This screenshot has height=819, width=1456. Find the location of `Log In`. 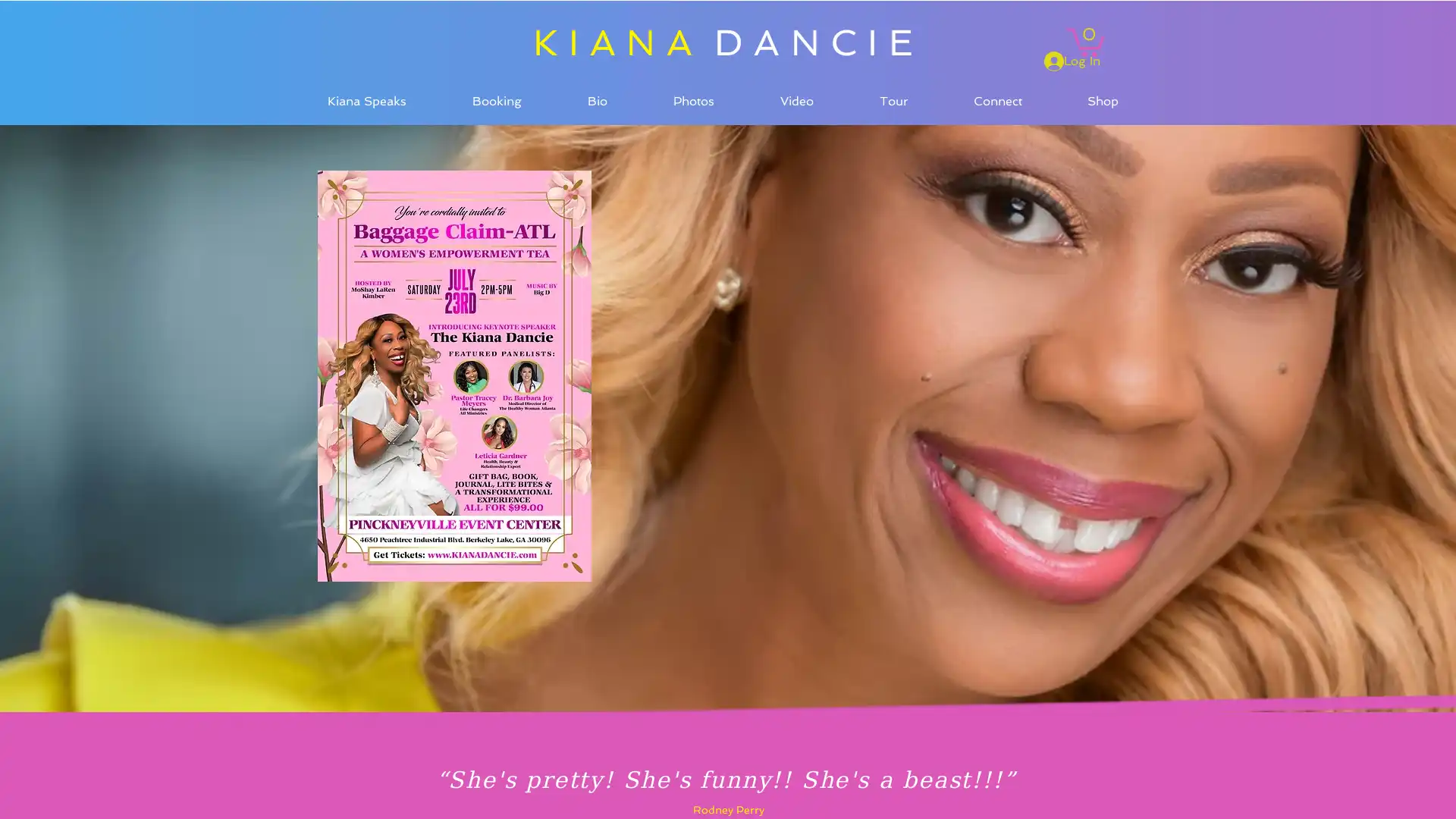

Log In is located at coordinates (1072, 60).